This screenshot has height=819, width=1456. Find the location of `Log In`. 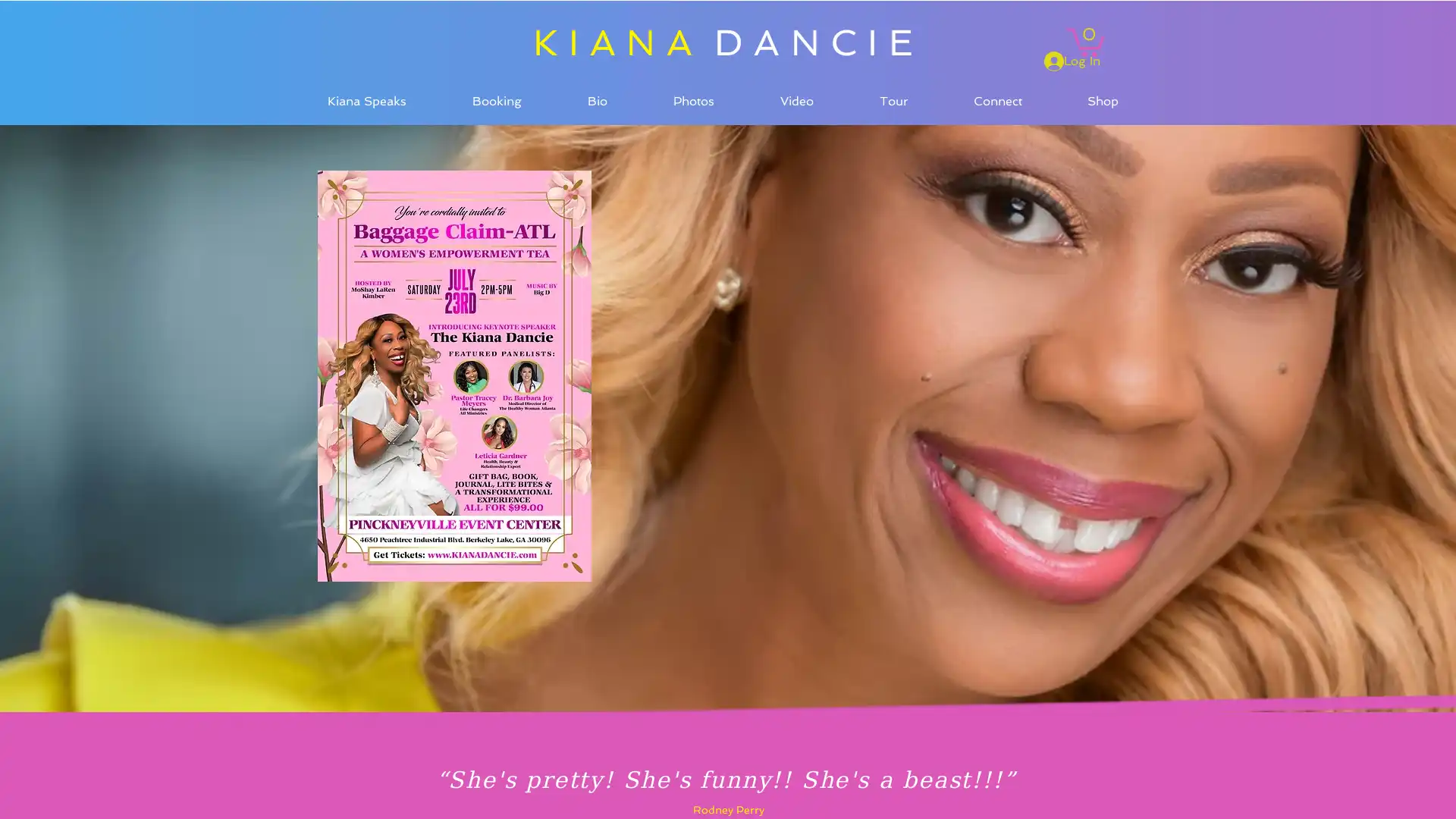

Log In is located at coordinates (1072, 60).